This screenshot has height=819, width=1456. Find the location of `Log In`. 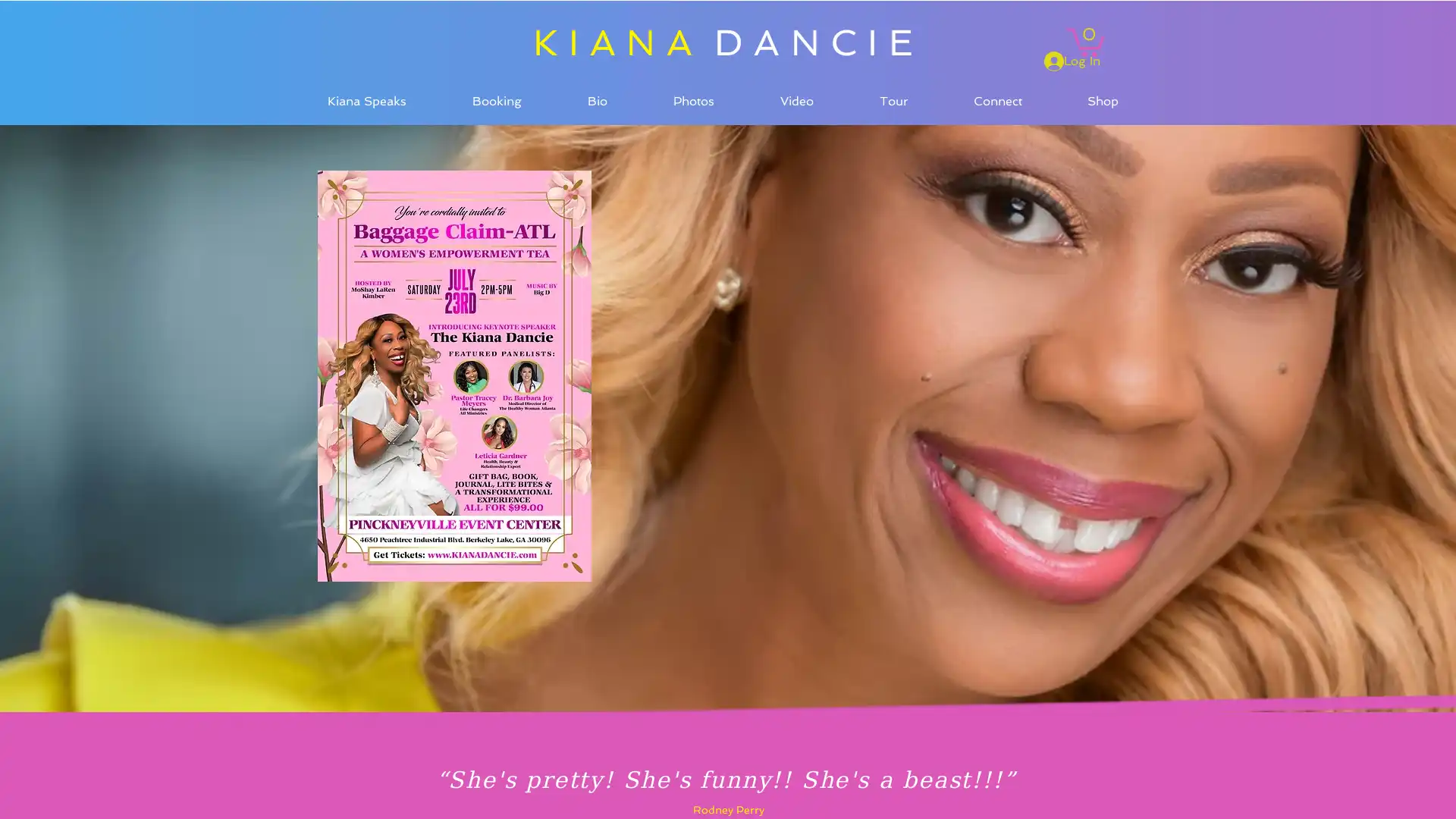

Log In is located at coordinates (1072, 60).